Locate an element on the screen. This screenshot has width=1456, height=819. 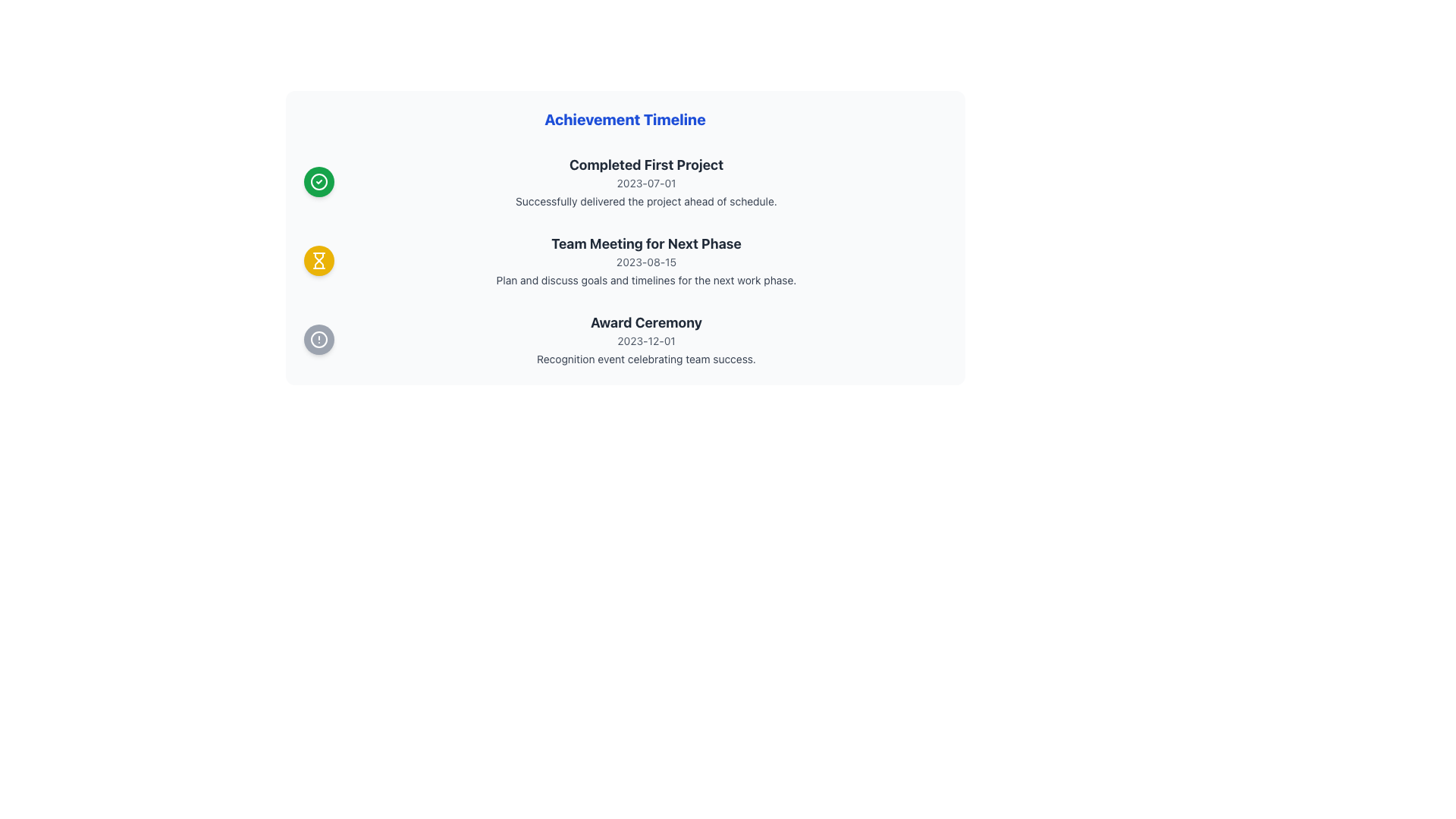
the circular alert icon located adjacent to the 'Award Ceremony' label in the timeline, which indicates a warning or alert is located at coordinates (318, 338).